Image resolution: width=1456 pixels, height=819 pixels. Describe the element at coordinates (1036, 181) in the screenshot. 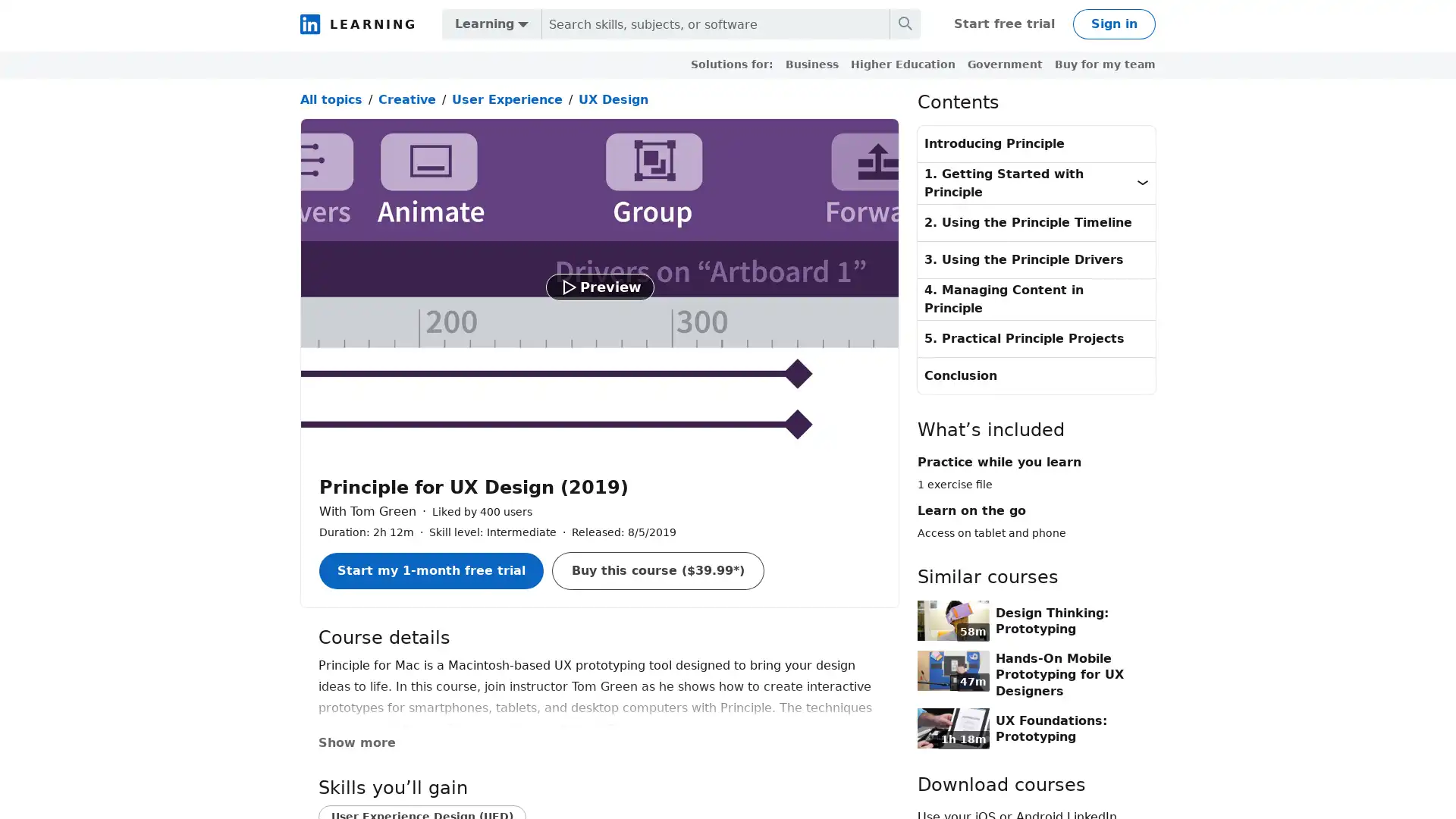

I see `1. Getting Started with Principle` at that location.